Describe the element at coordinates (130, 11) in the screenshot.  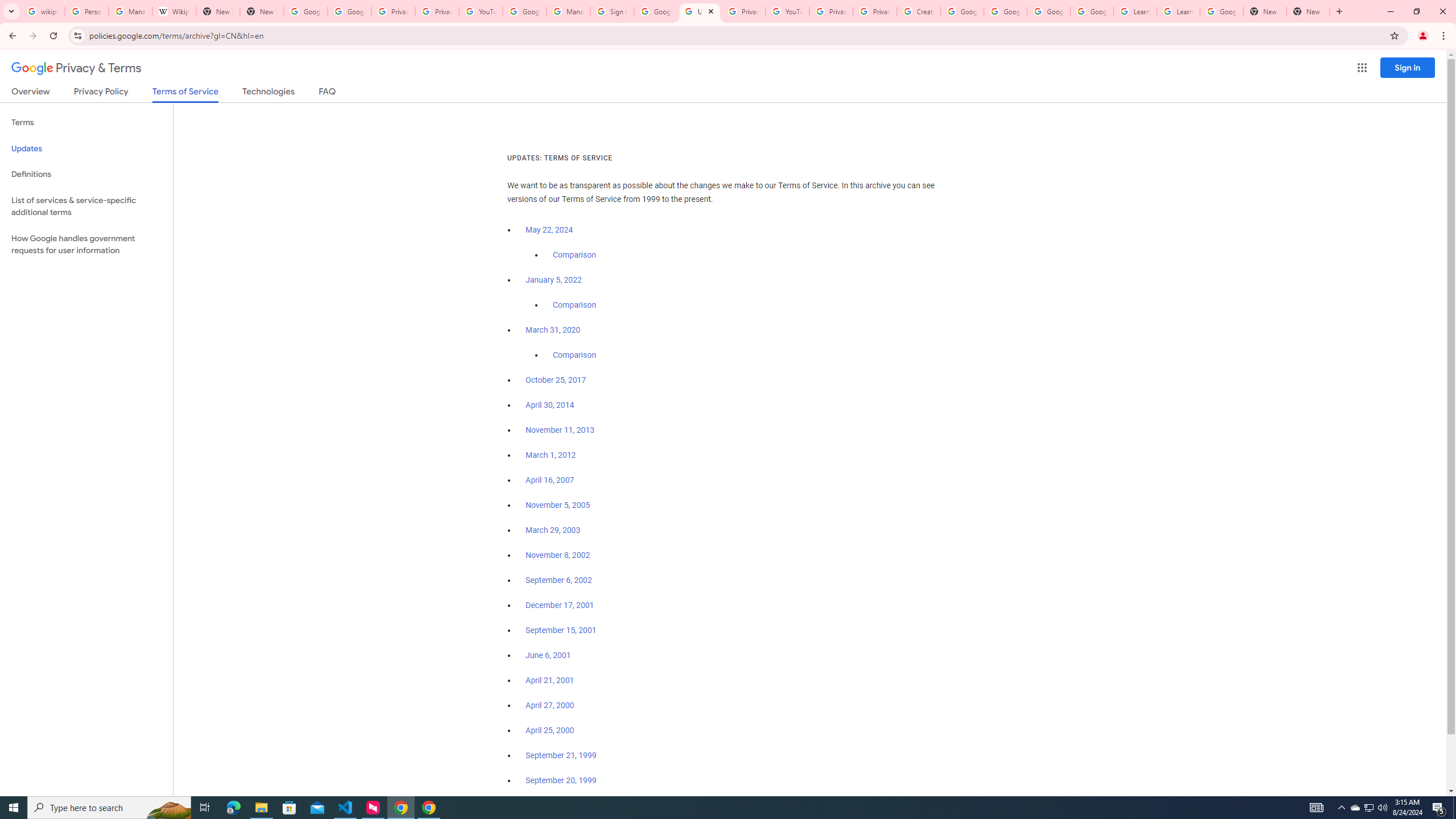
I see `'Manage your Location History - Google Search Help'` at that location.